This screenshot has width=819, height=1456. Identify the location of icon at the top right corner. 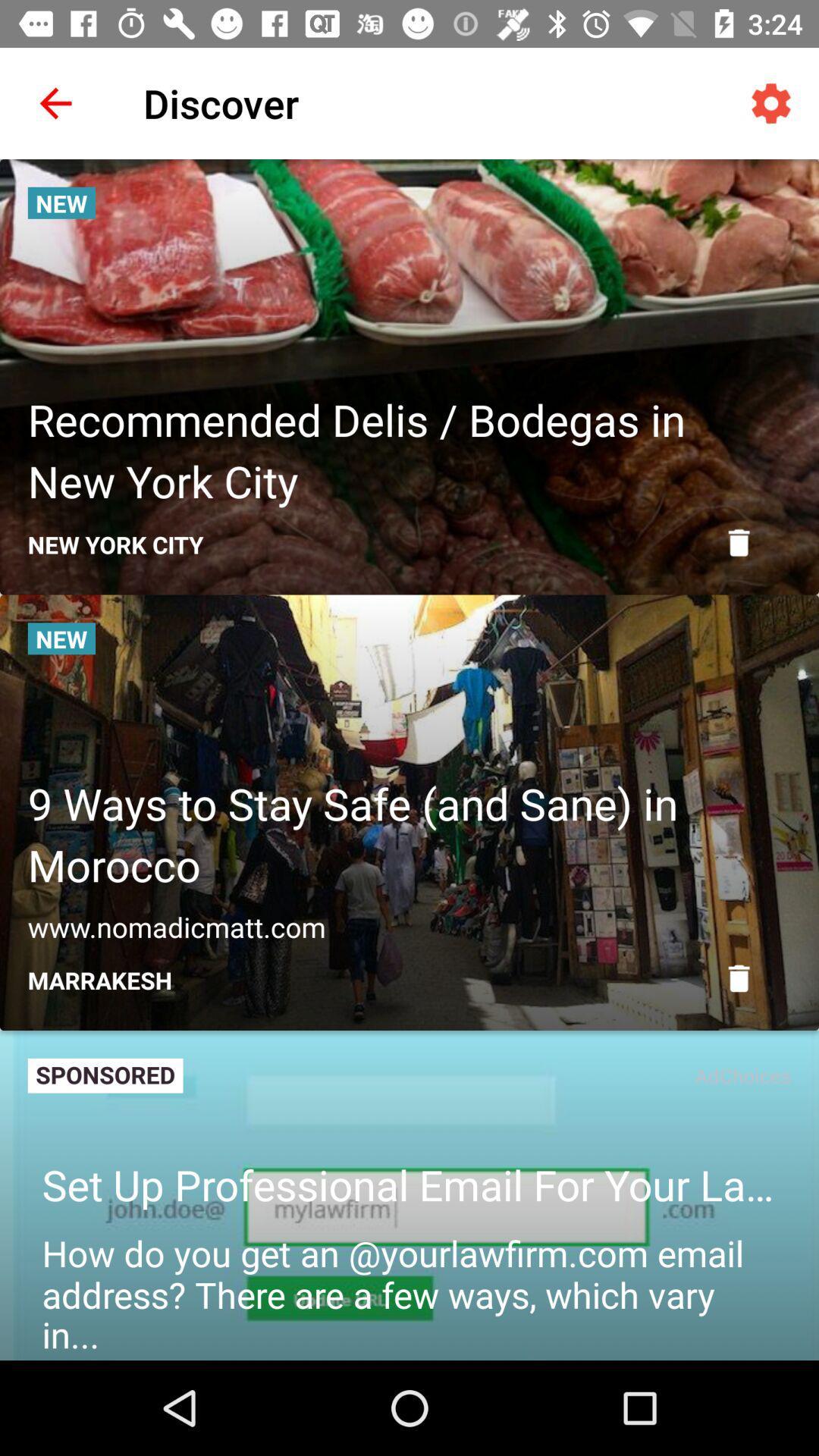
(771, 102).